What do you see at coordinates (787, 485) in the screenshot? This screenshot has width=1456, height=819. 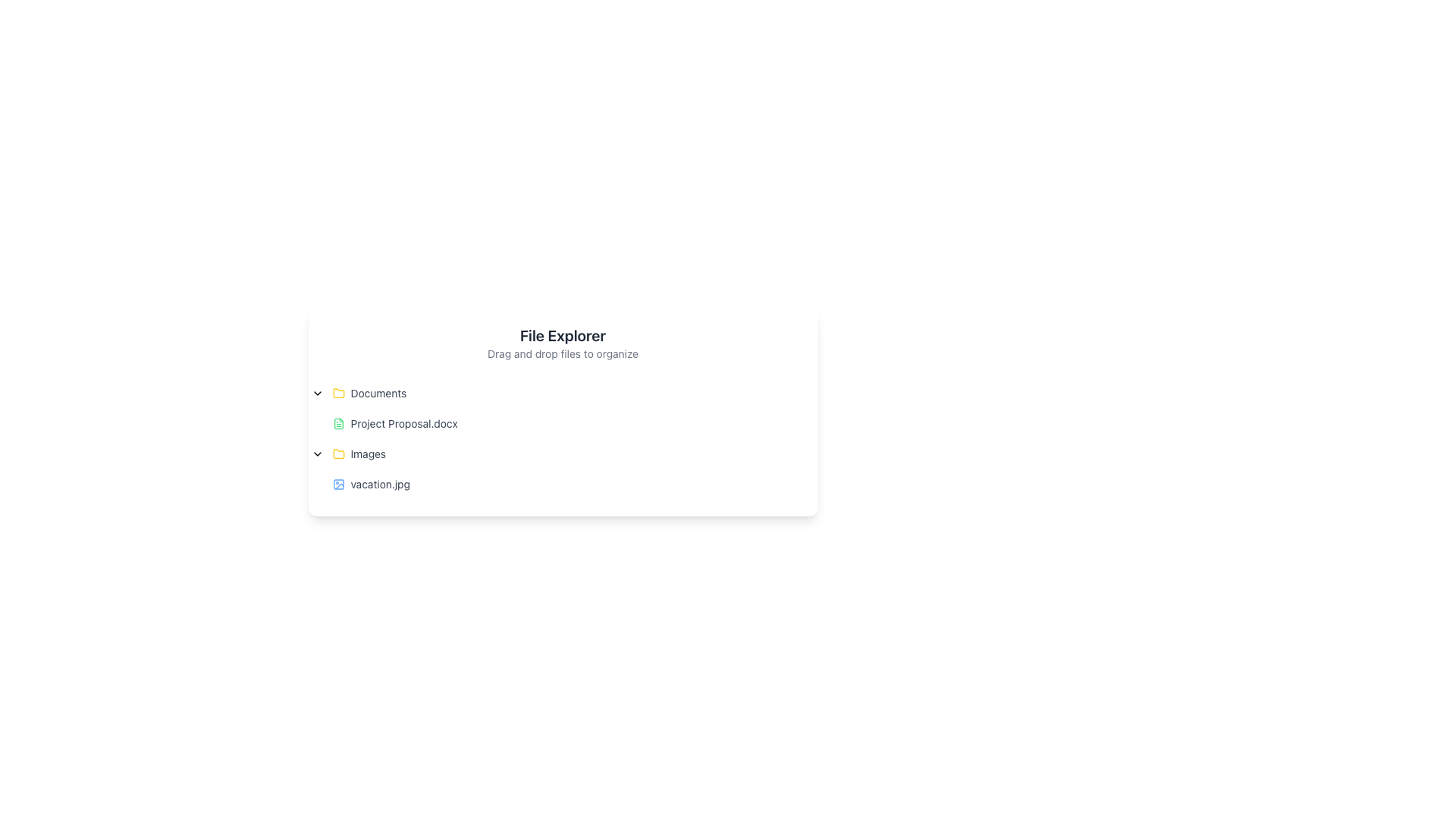 I see `the context menu trigger button located at the far-right end of the row representing the file 'vacation.jpg' to invoke the context menu` at bounding box center [787, 485].